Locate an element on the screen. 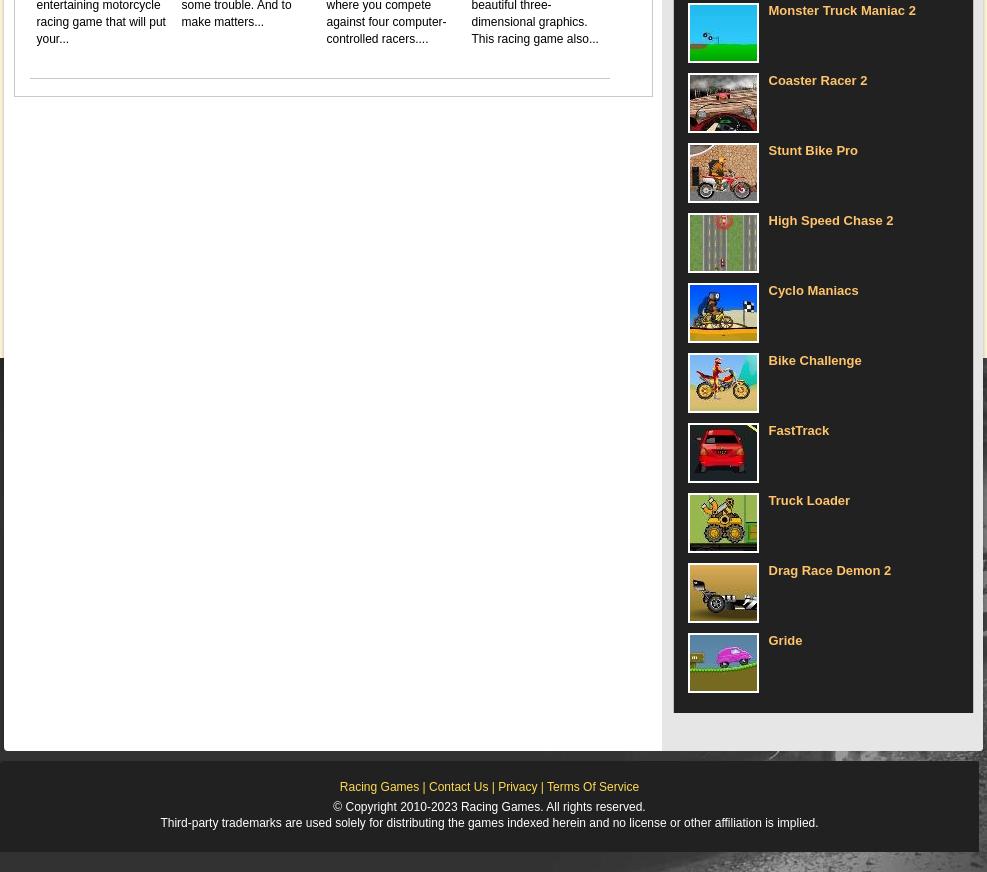  'Terms Of Service' is located at coordinates (591, 786).